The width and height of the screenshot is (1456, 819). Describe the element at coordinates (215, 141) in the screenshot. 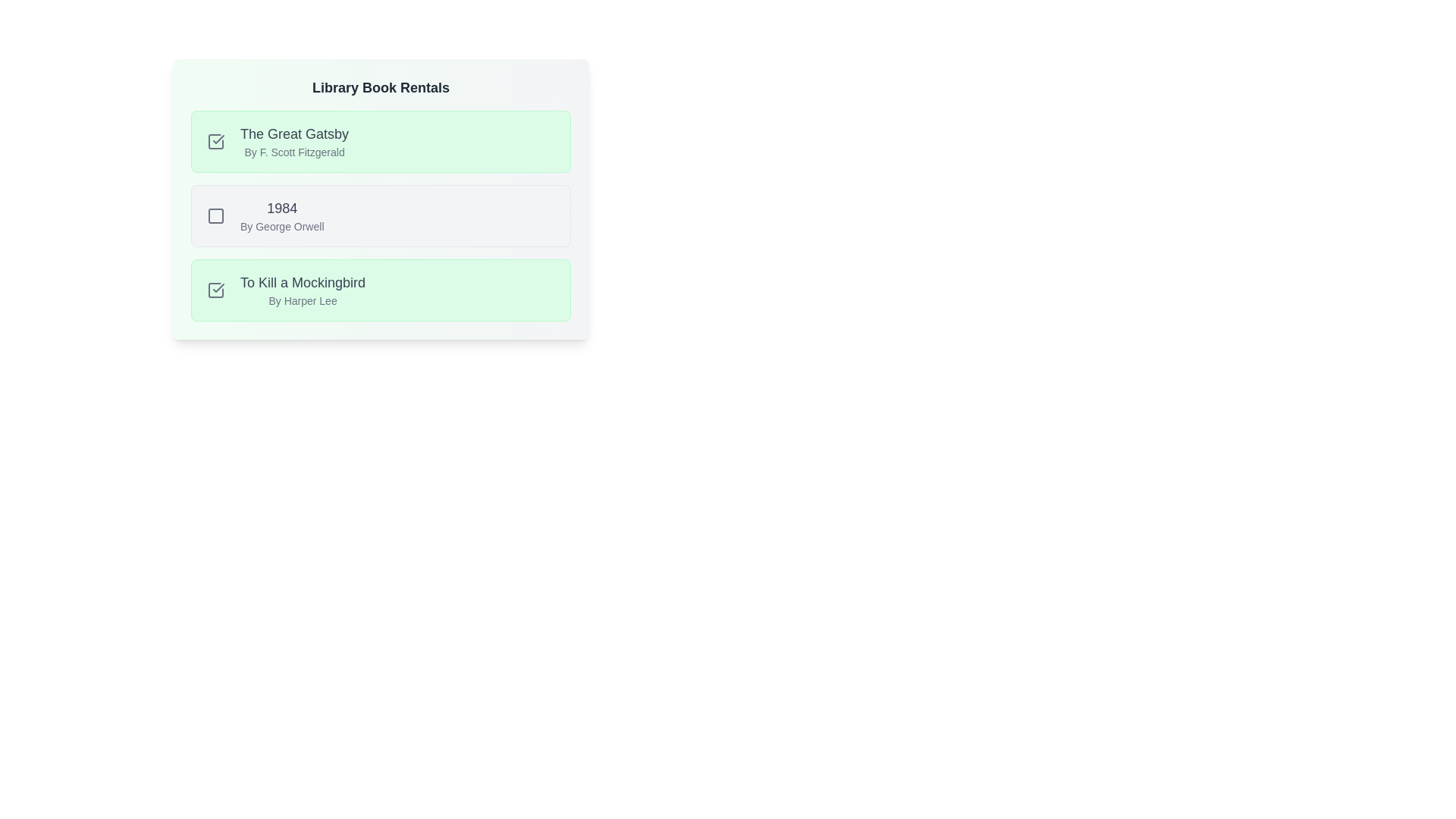

I see `the toggle button for The Great Gatsby` at that location.